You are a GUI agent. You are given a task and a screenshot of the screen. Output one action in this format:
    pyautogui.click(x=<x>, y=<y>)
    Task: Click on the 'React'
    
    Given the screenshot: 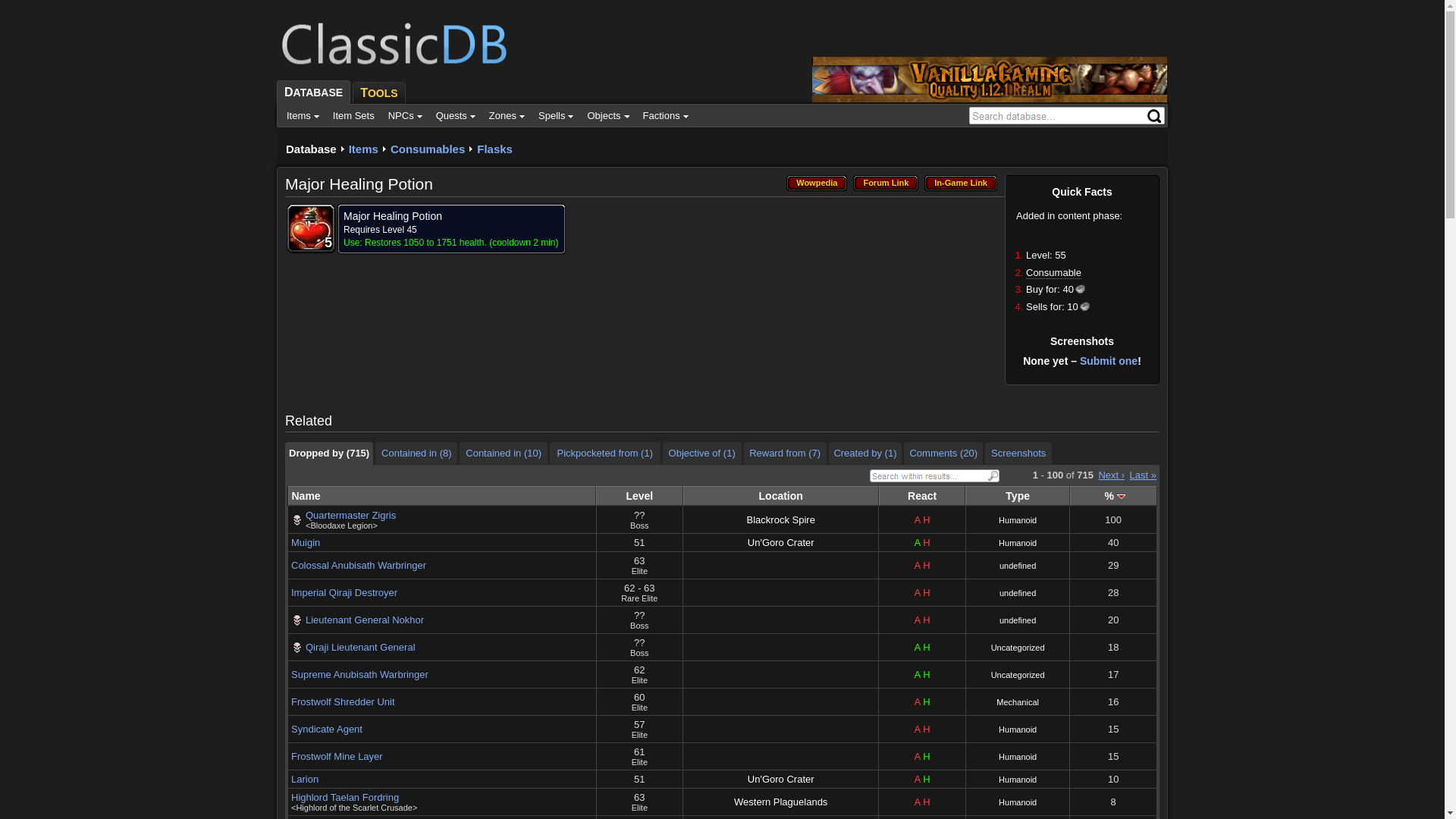 What is the action you would take?
    pyautogui.click(x=880, y=496)
    